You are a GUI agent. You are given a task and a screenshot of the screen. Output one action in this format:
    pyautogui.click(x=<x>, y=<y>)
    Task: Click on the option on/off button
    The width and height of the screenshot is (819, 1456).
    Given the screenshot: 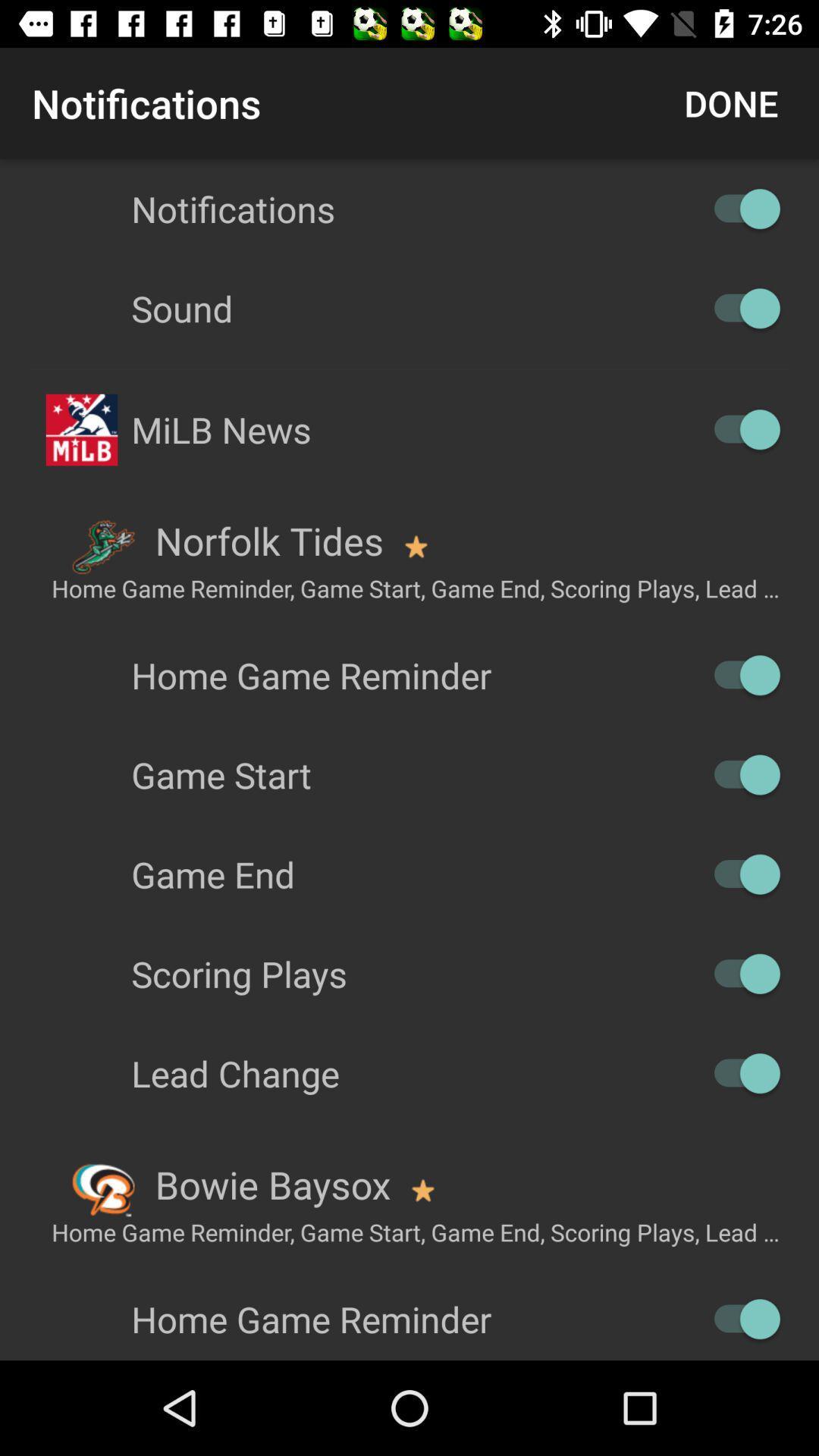 What is the action you would take?
    pyautogui.click(x=739, y=428)
    